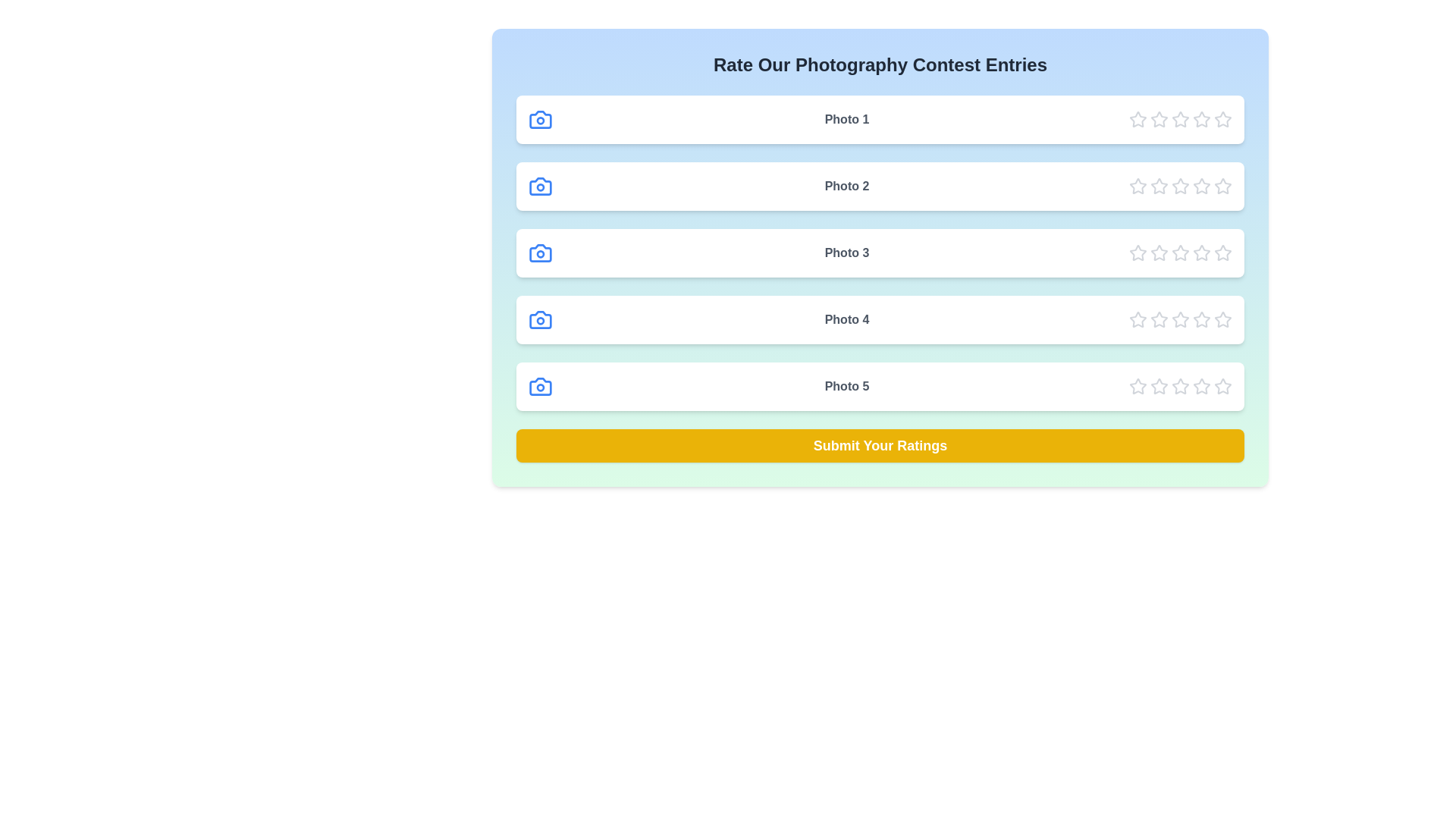  I want to click on the 'Submit Your Ratings' button to finalize ratings, so click(880, 444).